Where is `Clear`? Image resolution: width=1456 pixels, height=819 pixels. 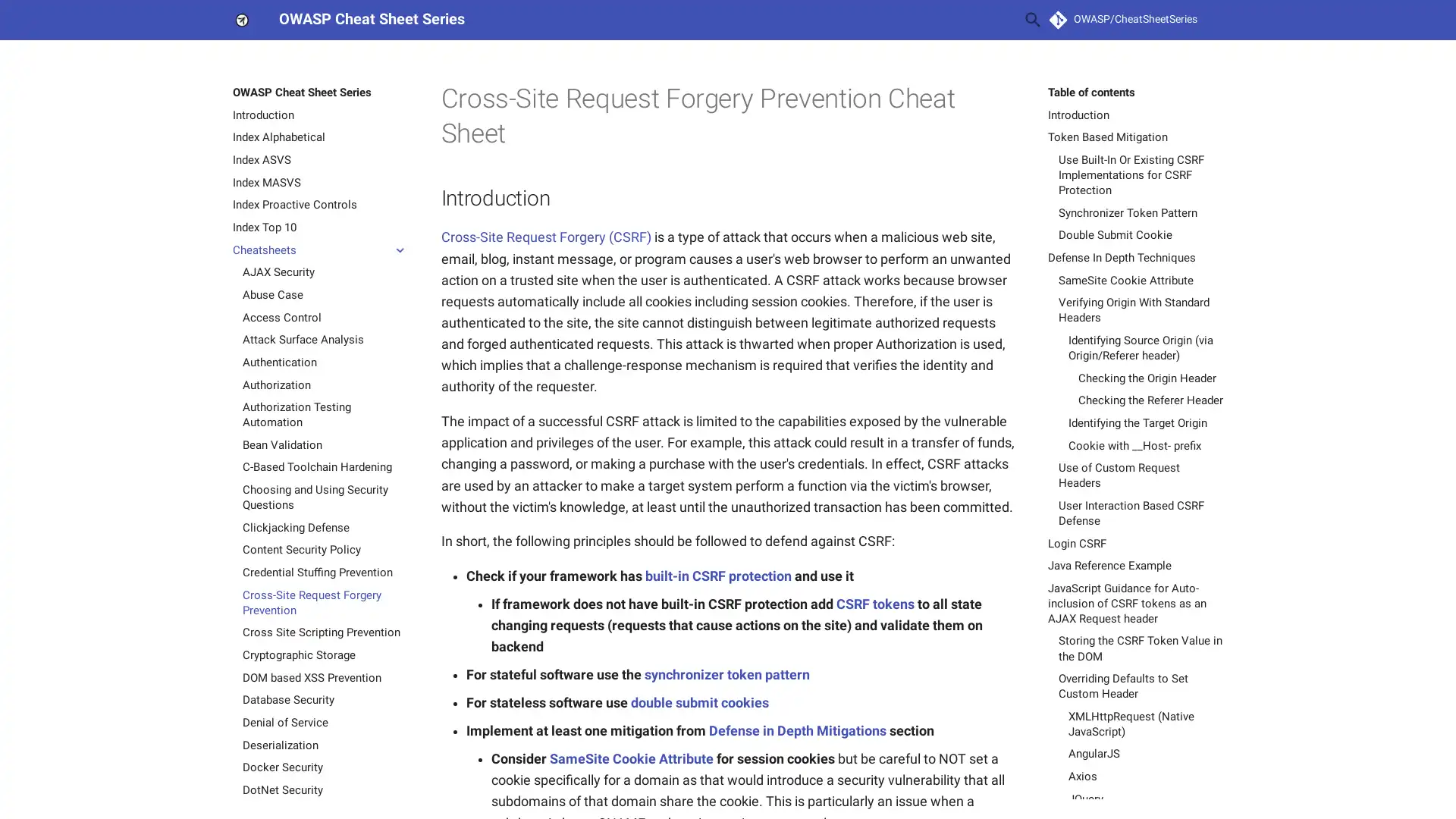
Clear is located at coordinates (996, 20).